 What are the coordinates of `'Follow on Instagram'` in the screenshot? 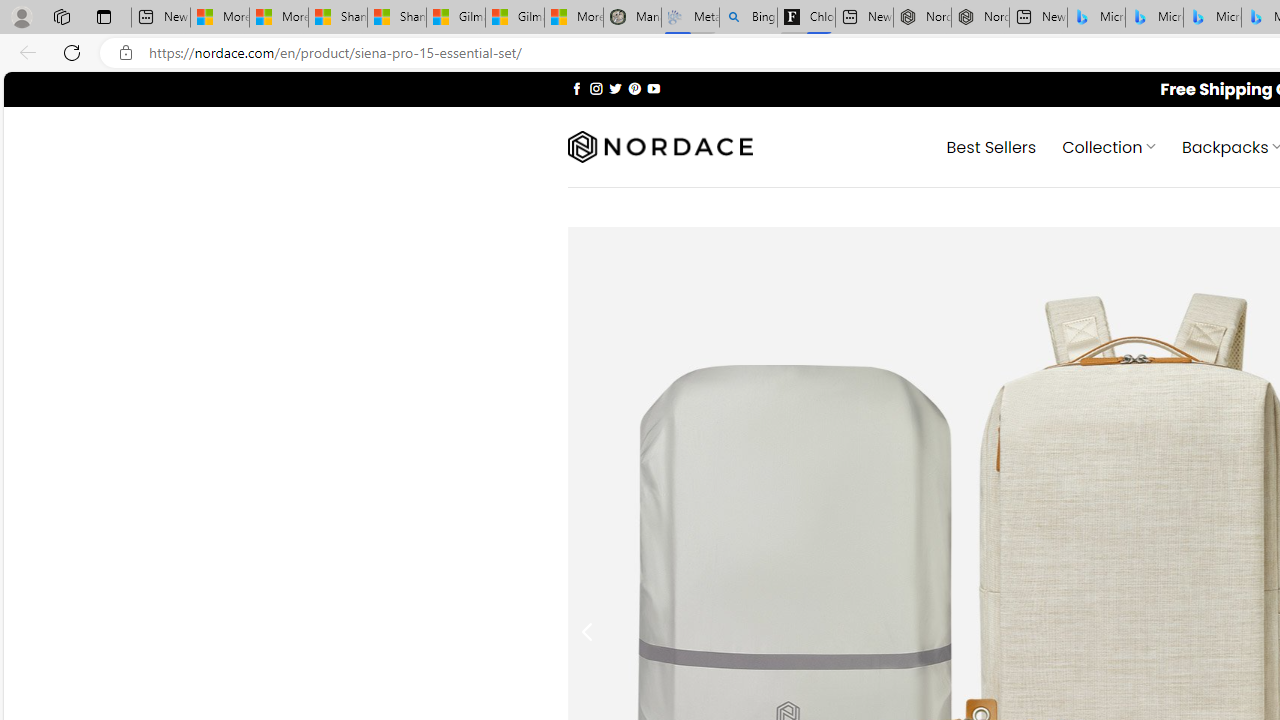 It's located at (595, 87).